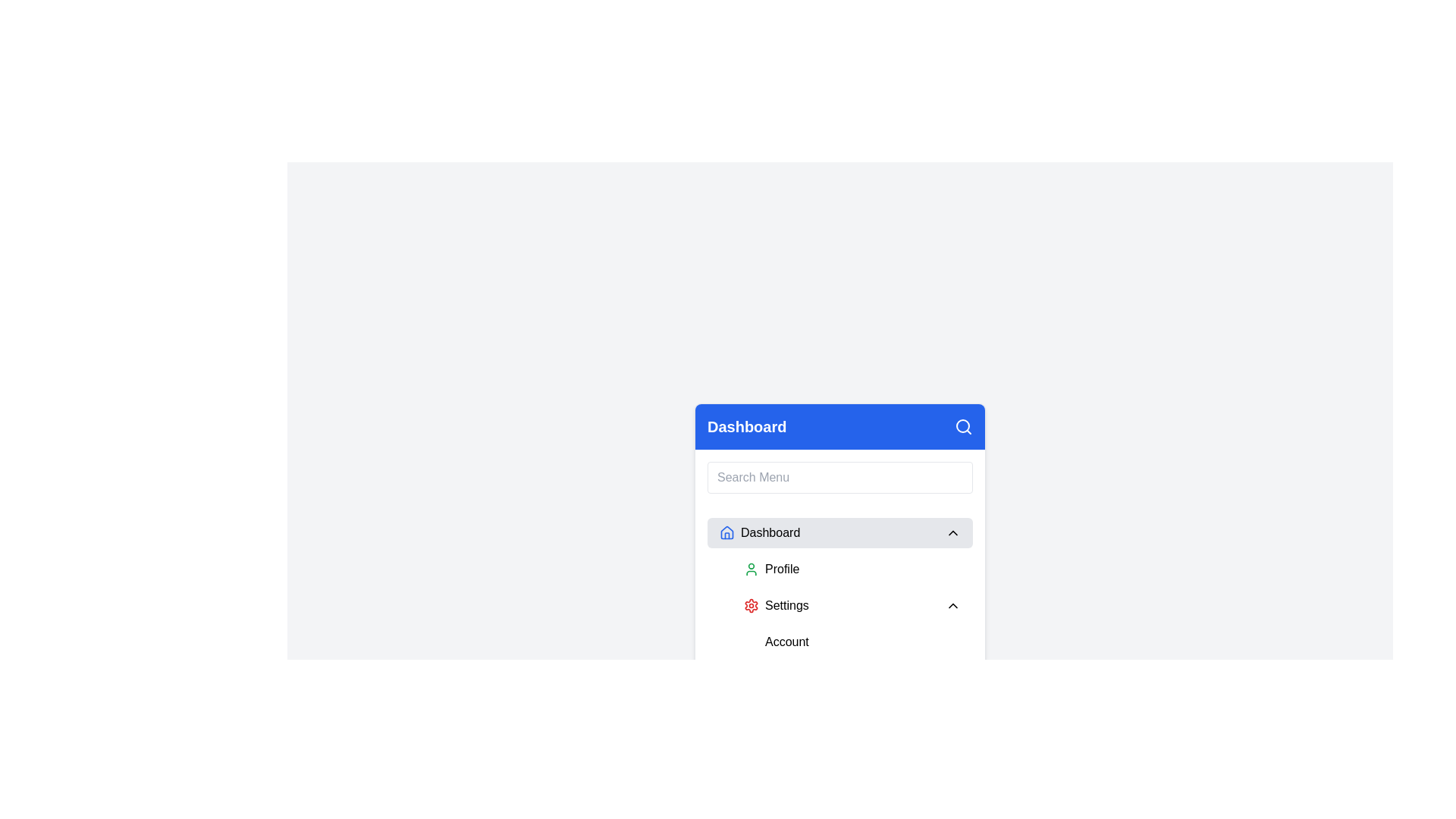 This screenshot has height=819, width=1456. Describe the element at coordinates (786, 642) in the screenshot. I see `the 'Account' menu item, which is a text label styled as a menu item with black font and rounded corners, located within the dropdown section under 'Settings'` at that location.